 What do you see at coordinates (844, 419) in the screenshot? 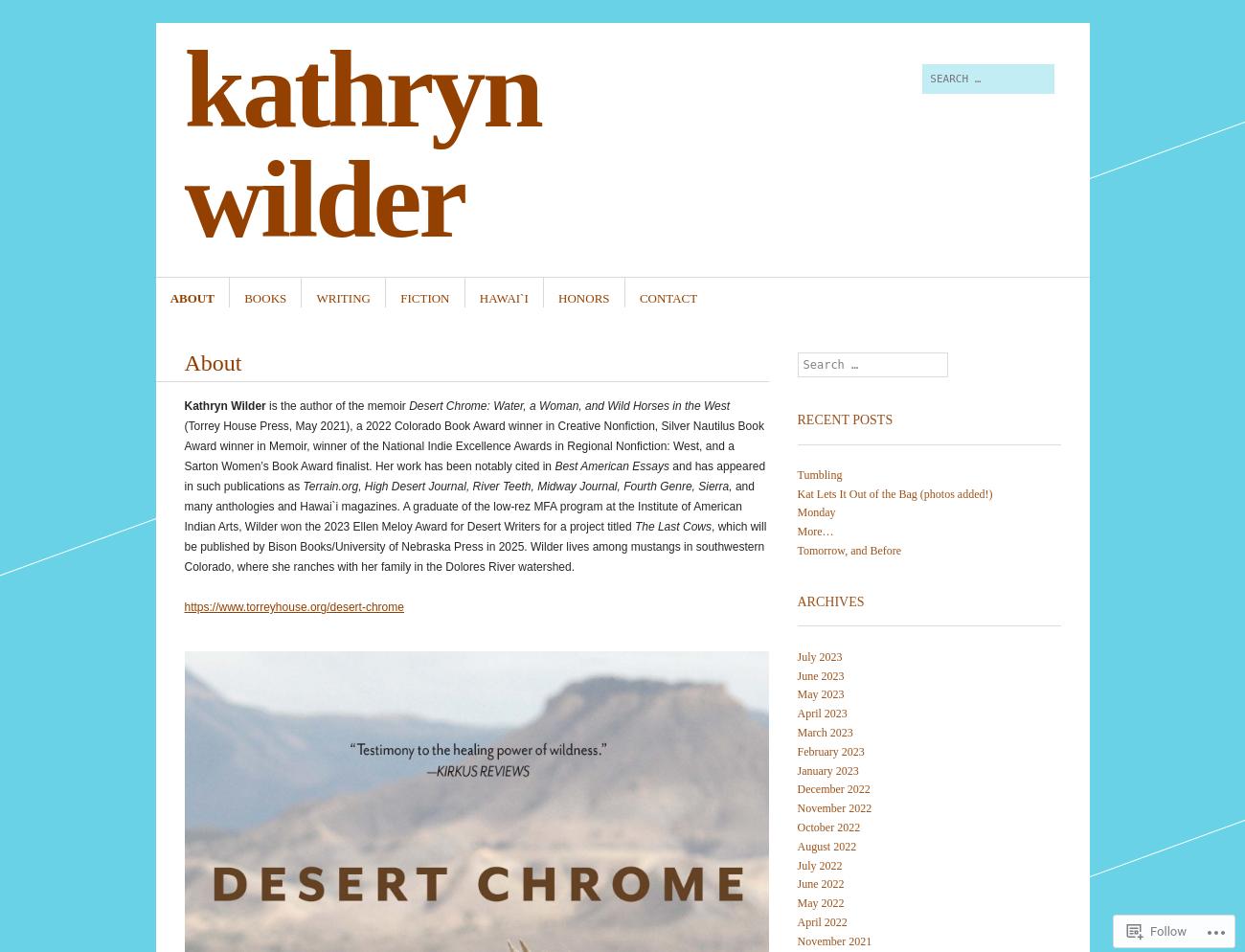
I see `'Recent Posts'` at bounding box center [844, 419].